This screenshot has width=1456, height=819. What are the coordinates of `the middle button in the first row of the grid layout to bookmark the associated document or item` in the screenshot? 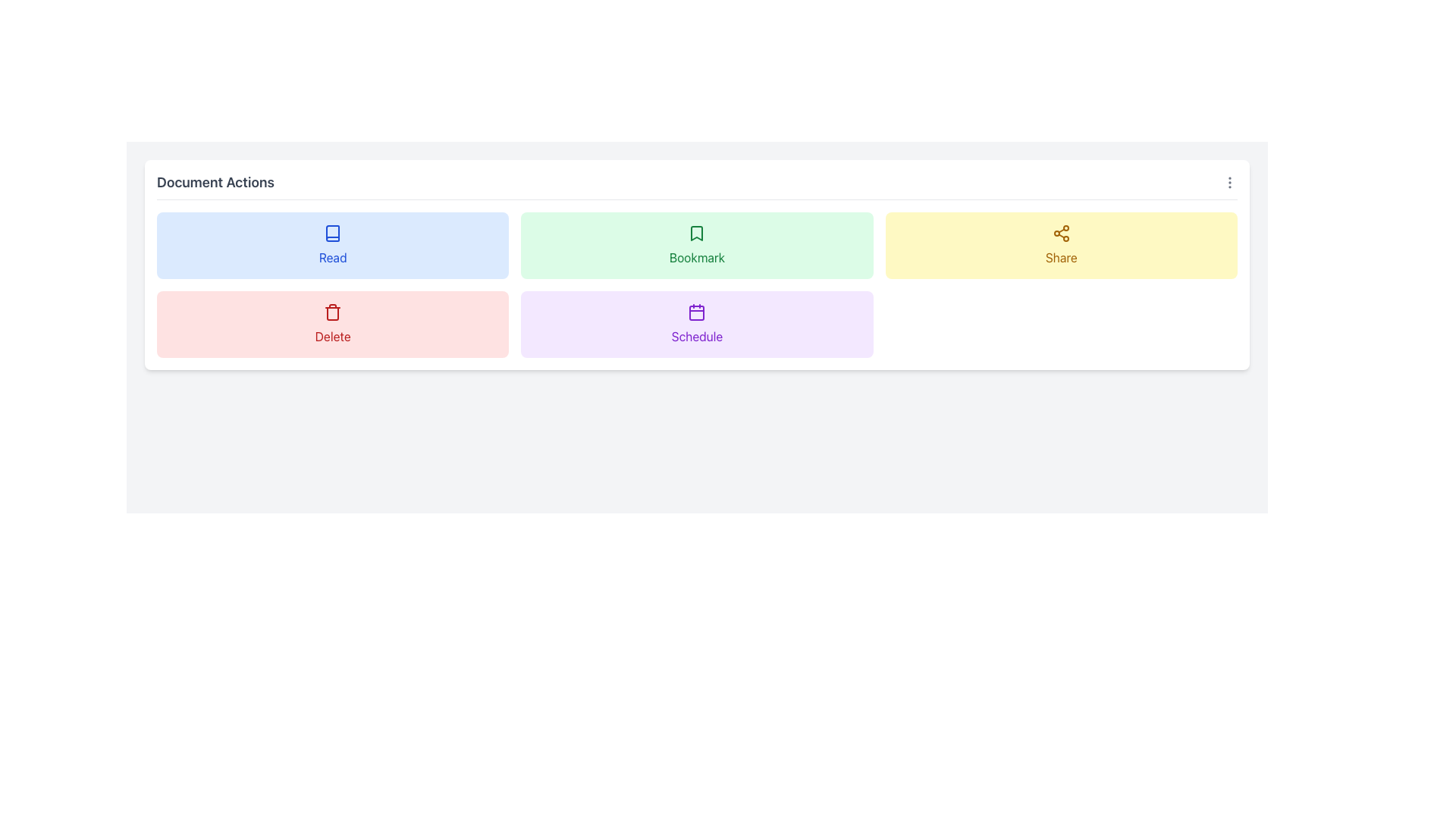 It's located at (696, 245).